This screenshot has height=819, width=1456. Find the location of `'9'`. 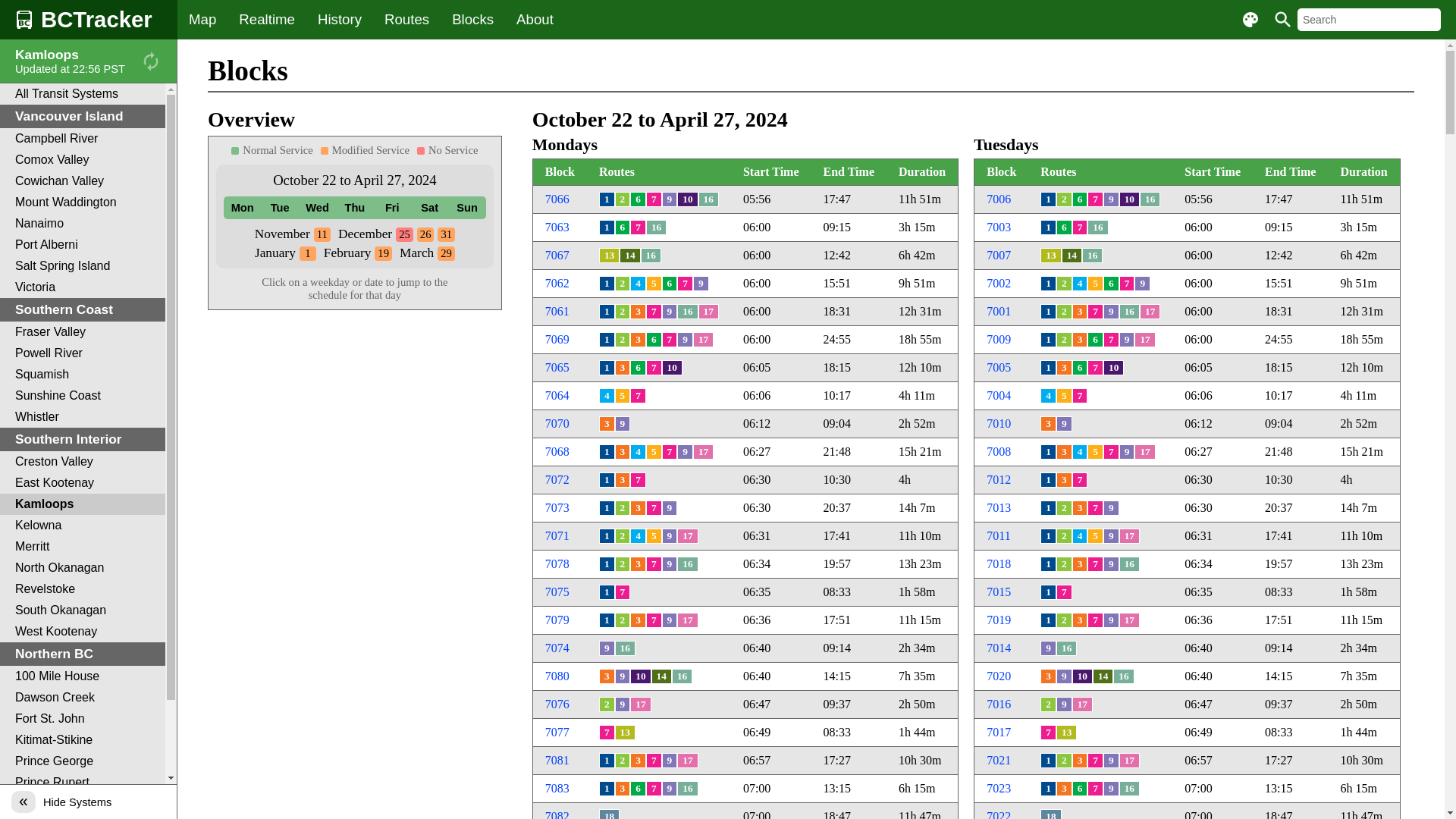

'9' is located at coordinates (1127, 451).